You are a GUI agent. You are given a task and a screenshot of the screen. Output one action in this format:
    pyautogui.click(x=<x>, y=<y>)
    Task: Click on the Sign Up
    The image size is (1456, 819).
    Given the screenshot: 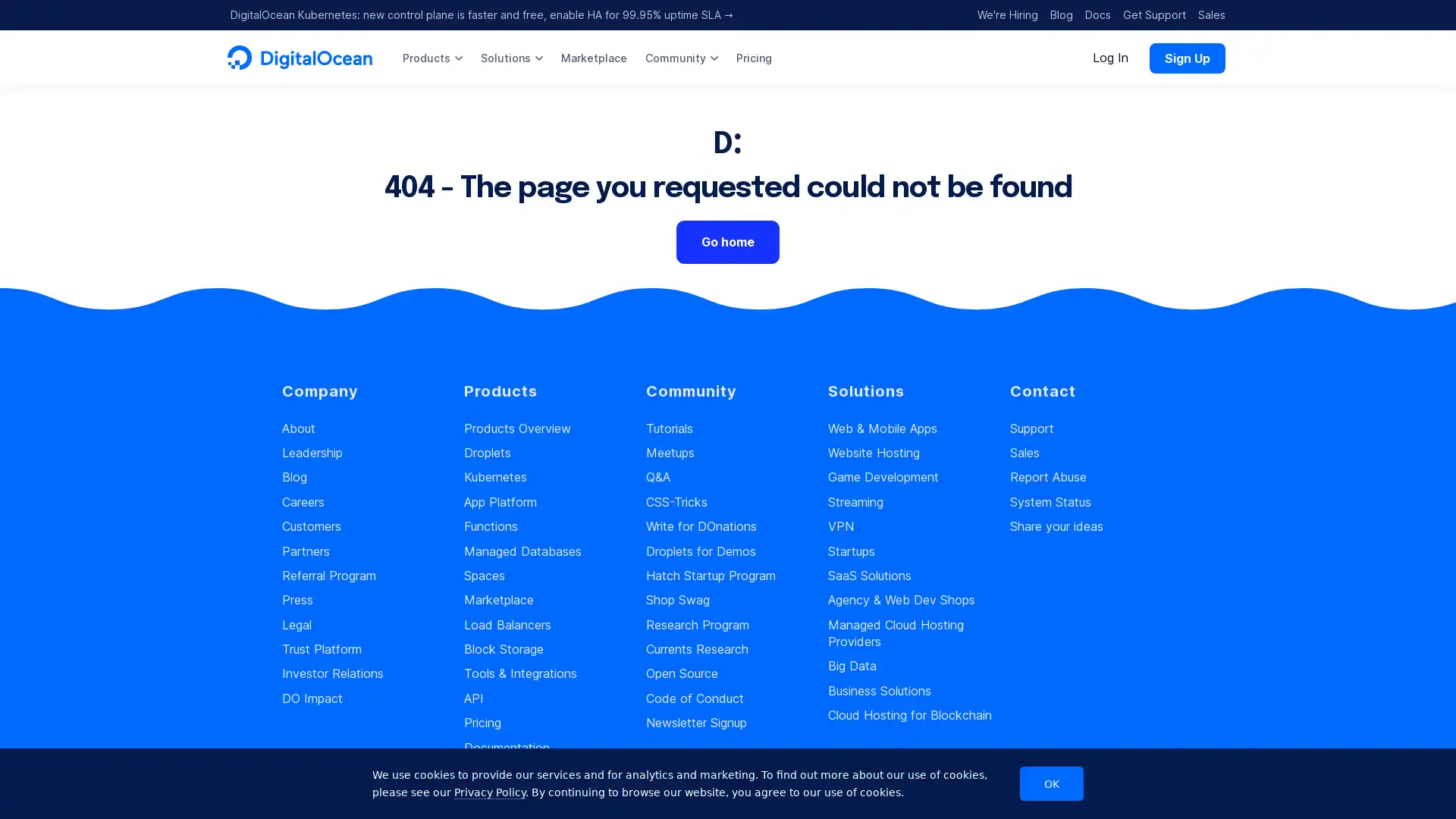 What is the action you would take?
    pyautogui.click(x=1186, y=57)
    